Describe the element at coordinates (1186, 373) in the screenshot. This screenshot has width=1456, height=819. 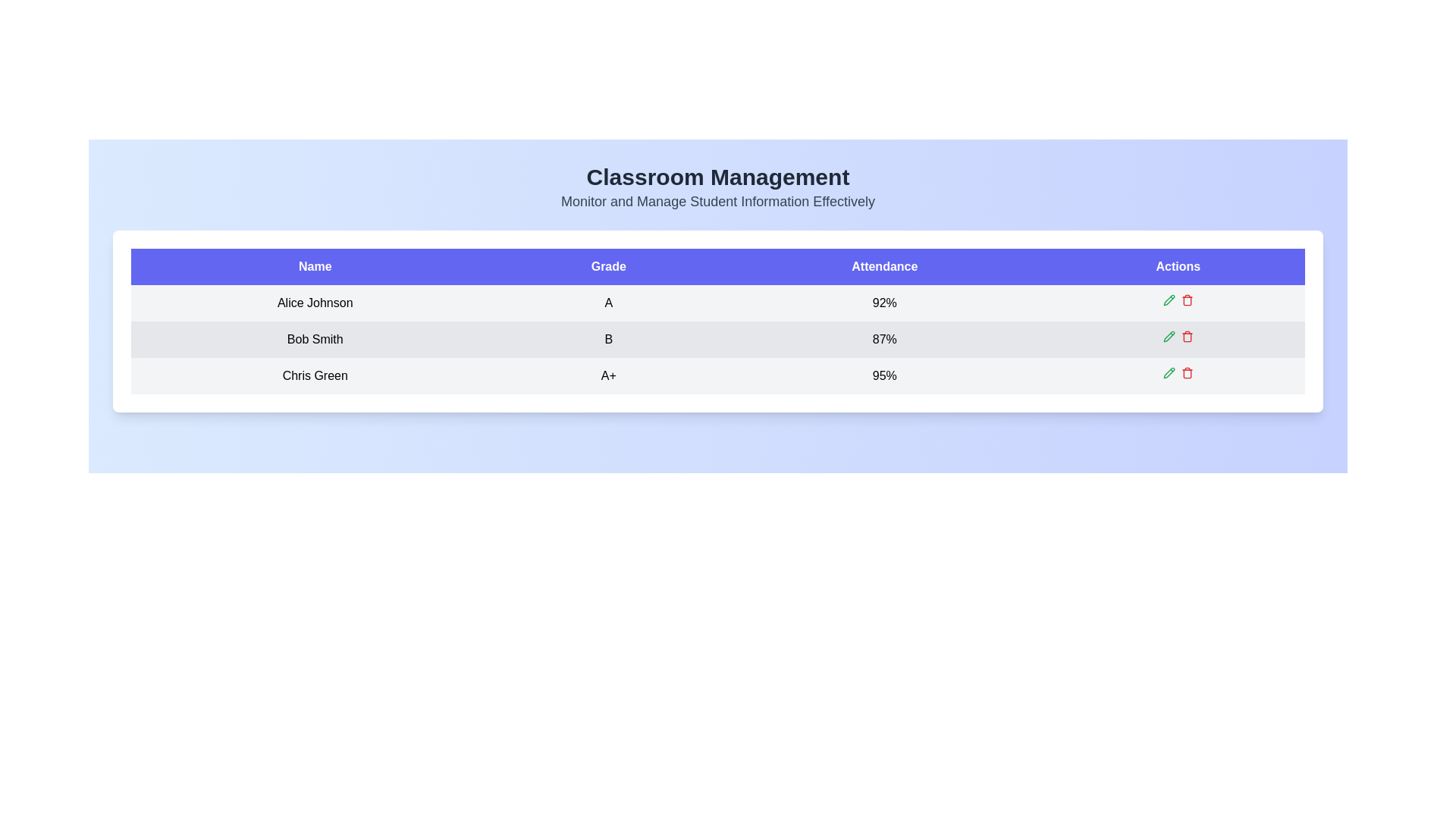
I see `the delete button, which is the second icon in the 'Actions' column of the third row in the table` at that location.